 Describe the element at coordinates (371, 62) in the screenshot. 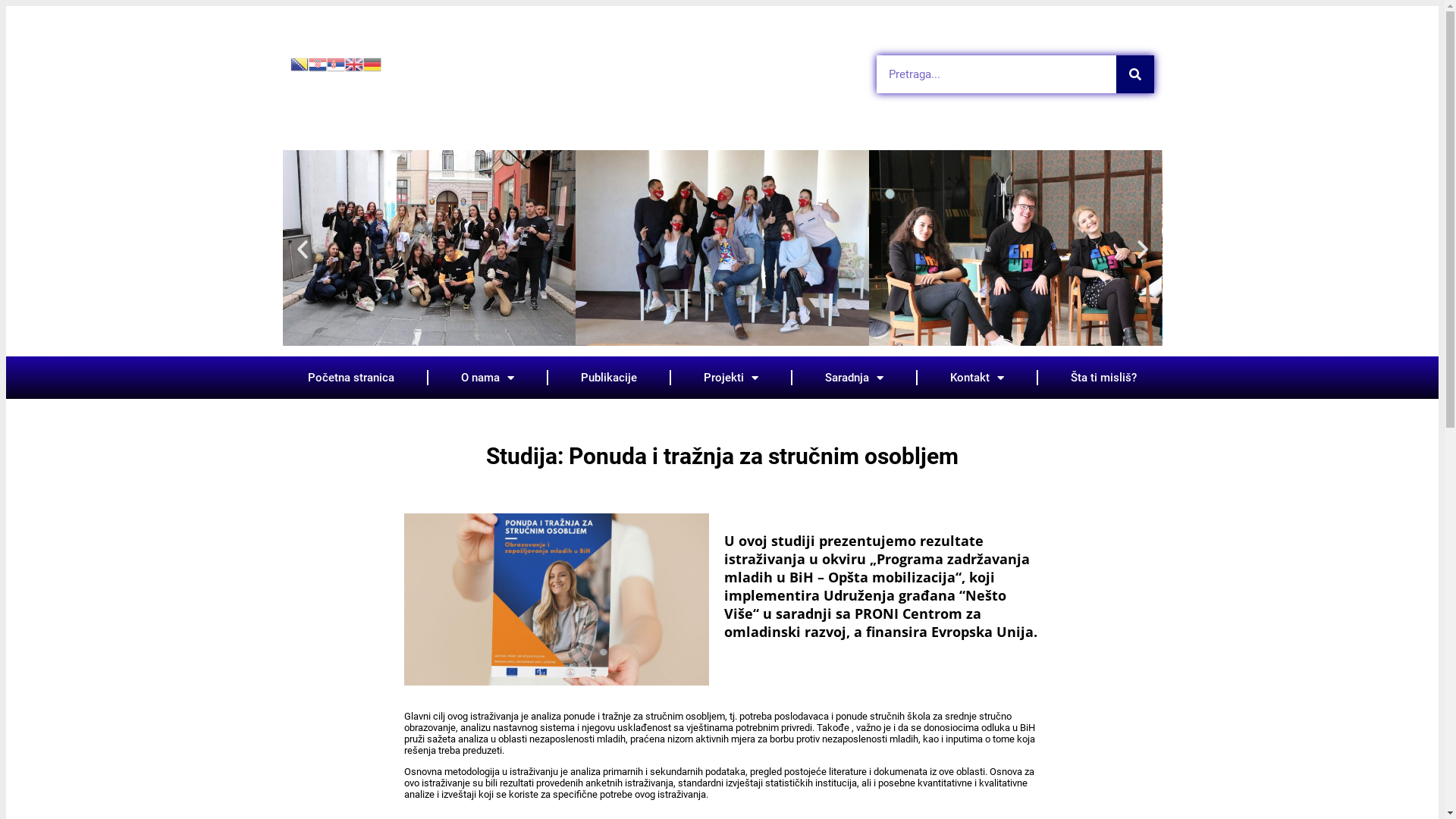

I see `'German'` at that location.